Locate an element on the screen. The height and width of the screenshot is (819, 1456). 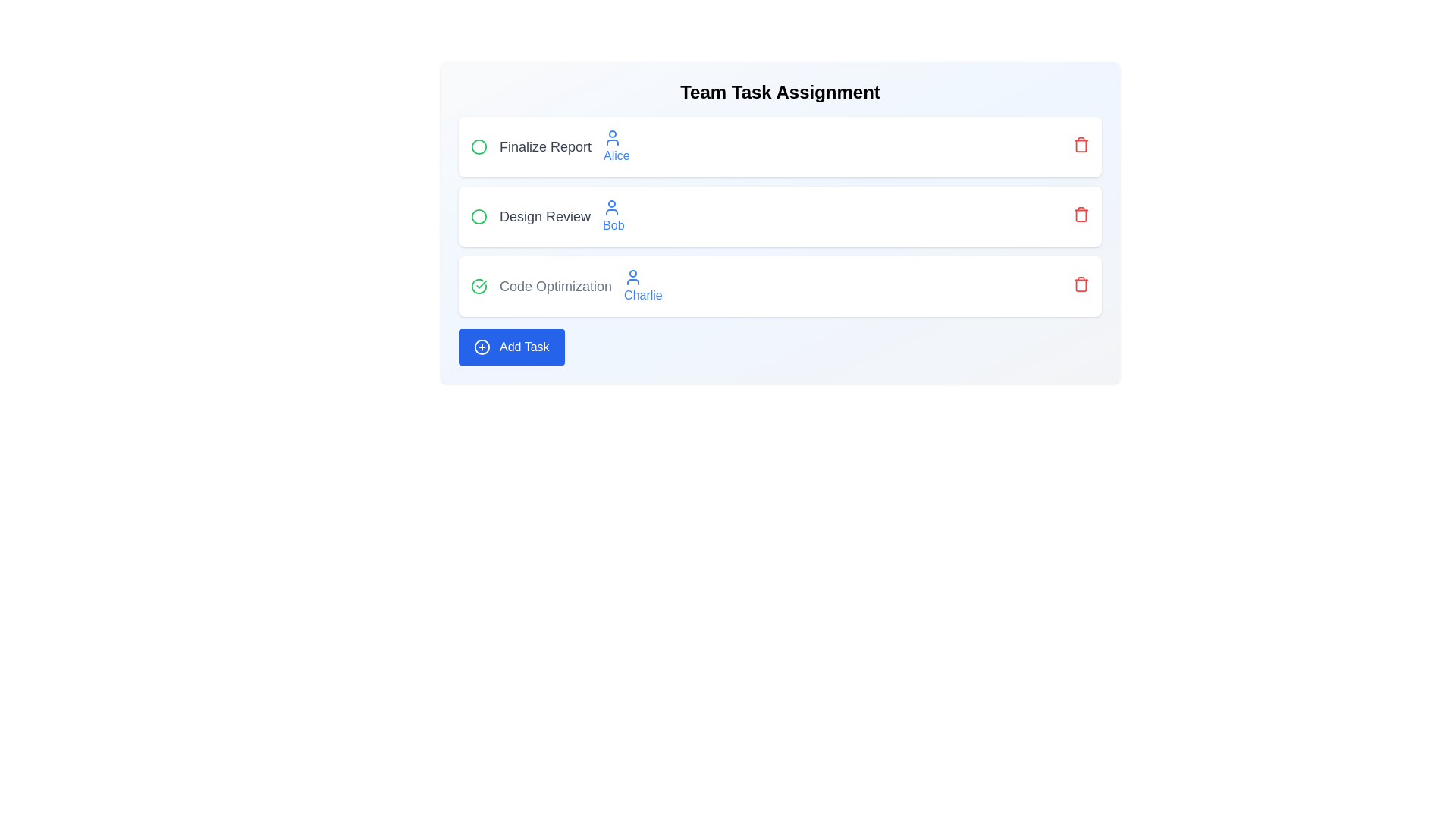
the trash icon to remove the task Design Review is located at coordinates (1080, 214).